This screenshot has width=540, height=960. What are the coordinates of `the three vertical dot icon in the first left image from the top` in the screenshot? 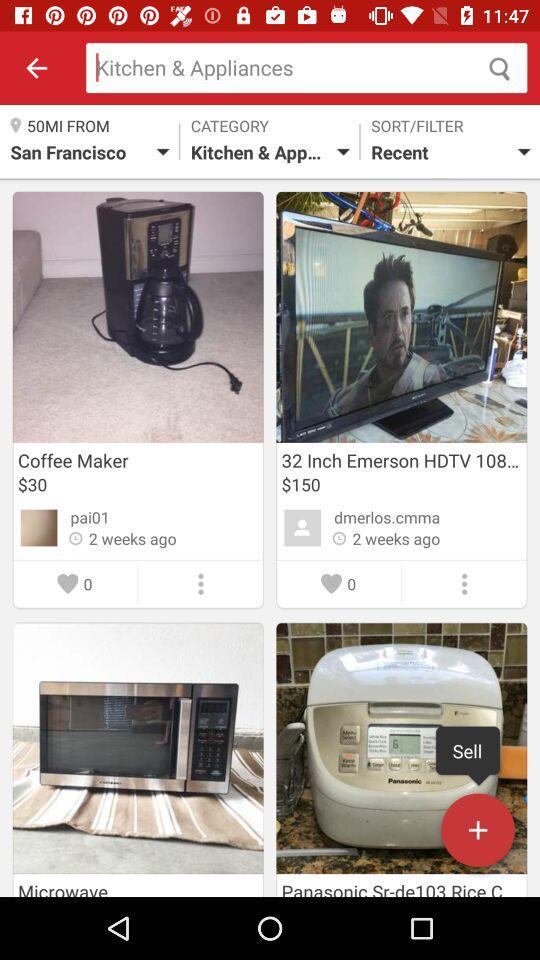 It's located at (200, 584).